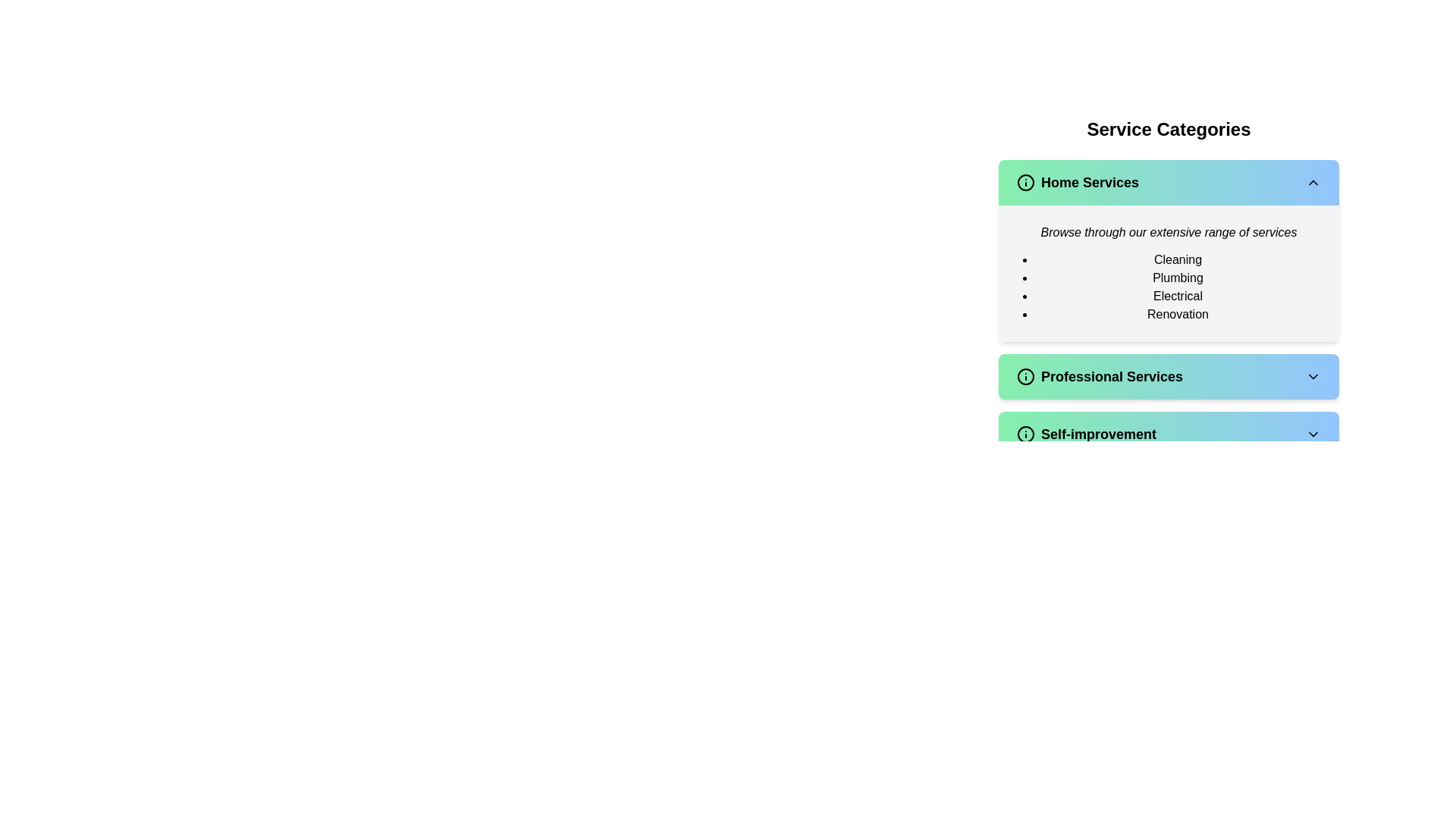  I want to click on the 'Cleaning' category list item in the 'Home Services' section, so click(1177, 259).